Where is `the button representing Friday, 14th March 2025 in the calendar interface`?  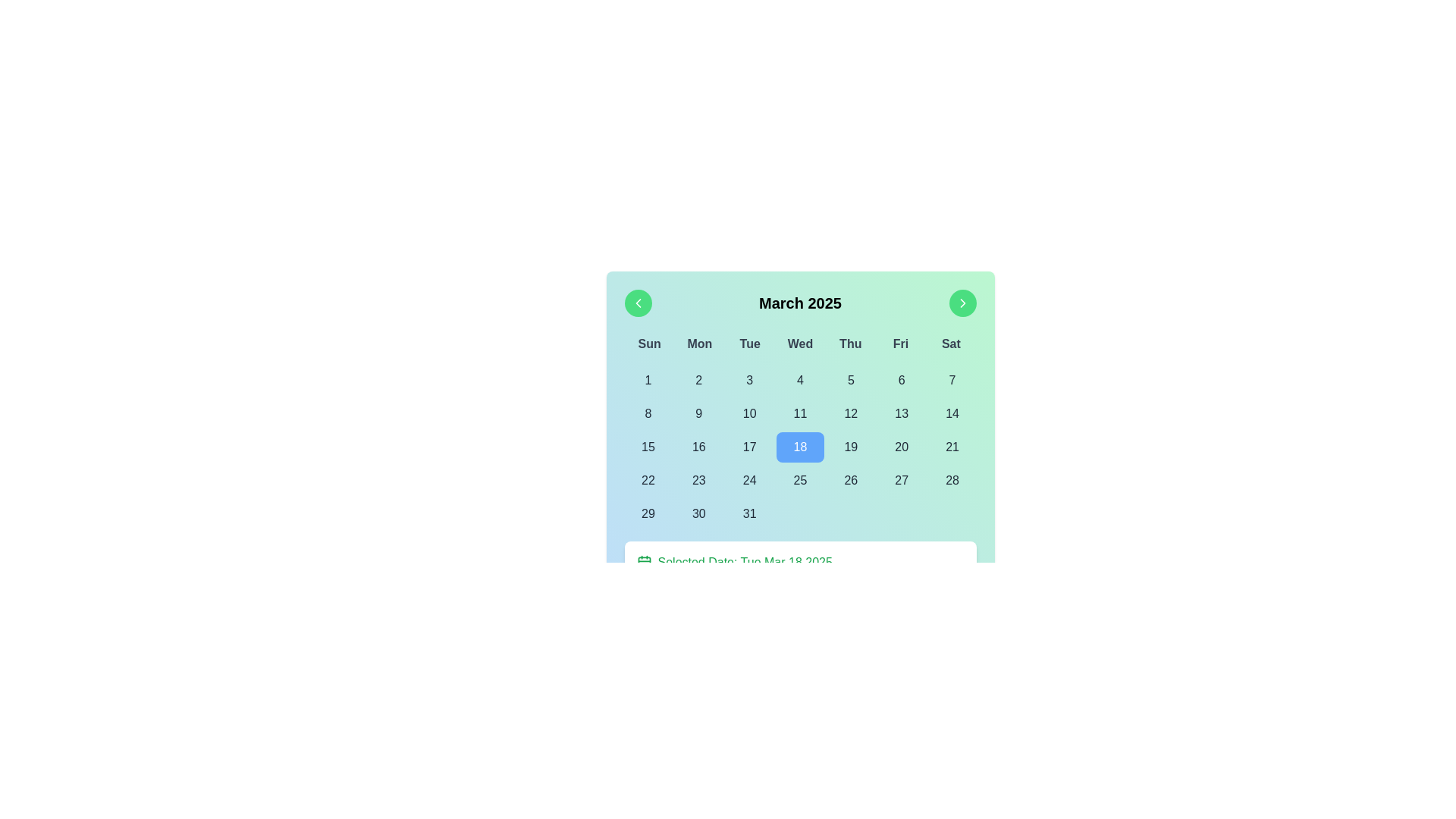 the button representing Friday, 14th March 2025 in the calendar interface is located at coordinates (952, 414).